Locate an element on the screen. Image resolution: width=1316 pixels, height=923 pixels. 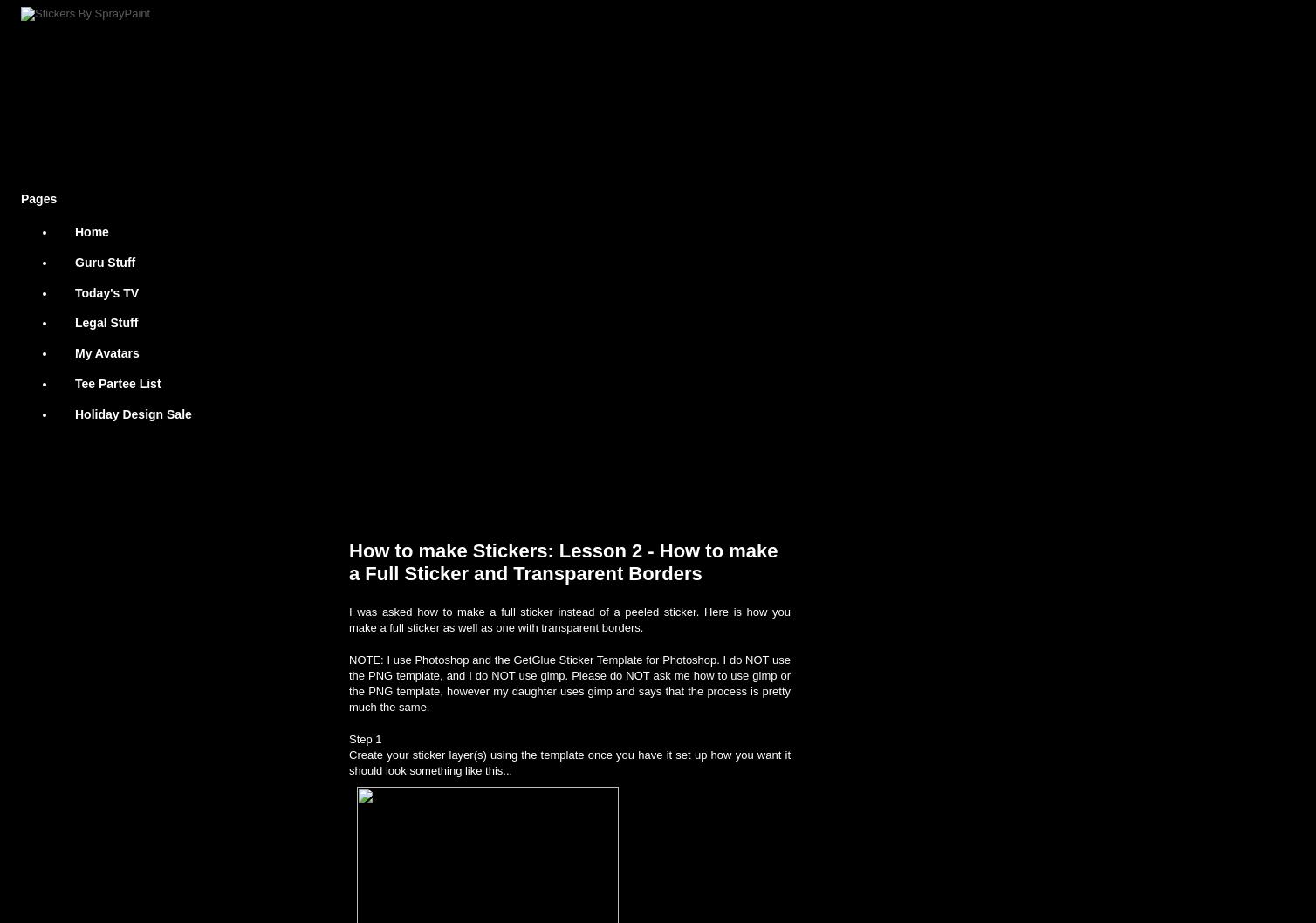
'Pages' is located at coordinates (20, 198).